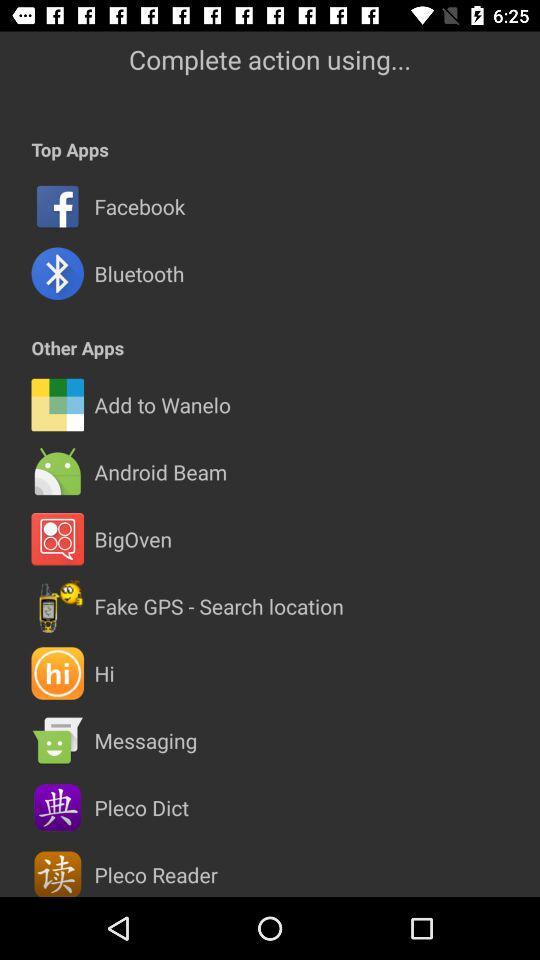  I want to click on the bluetooth, so click(138, 272).